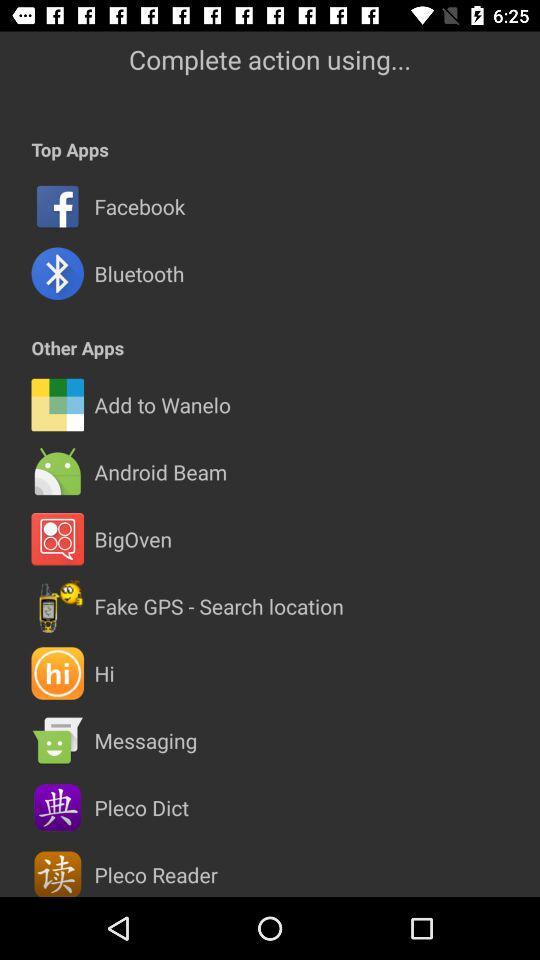  I want to click on the bluetooth, so click(138, 272).